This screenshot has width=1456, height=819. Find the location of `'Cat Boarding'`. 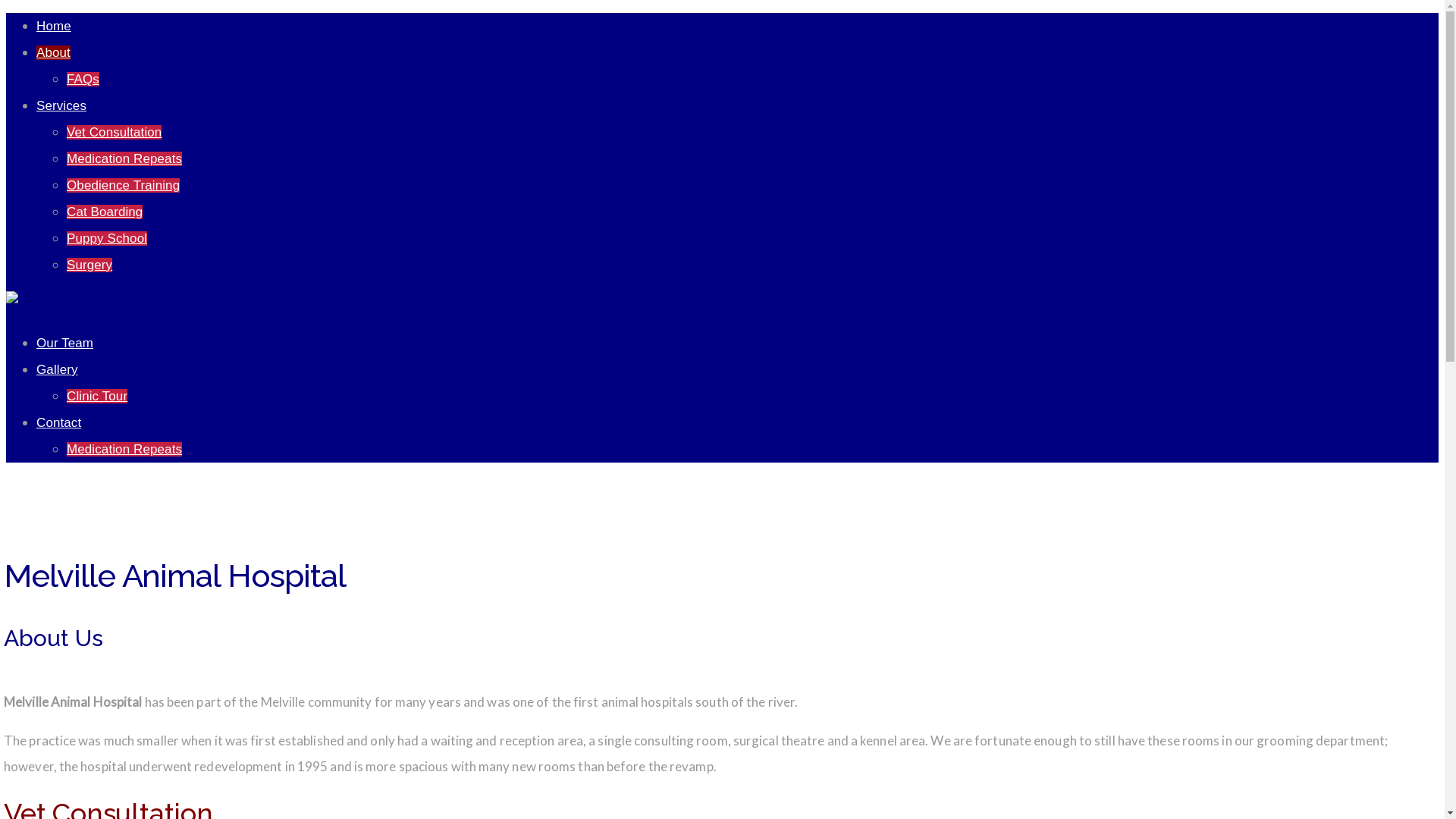

'Cat Boarding' is located at coordinates (104, 212).